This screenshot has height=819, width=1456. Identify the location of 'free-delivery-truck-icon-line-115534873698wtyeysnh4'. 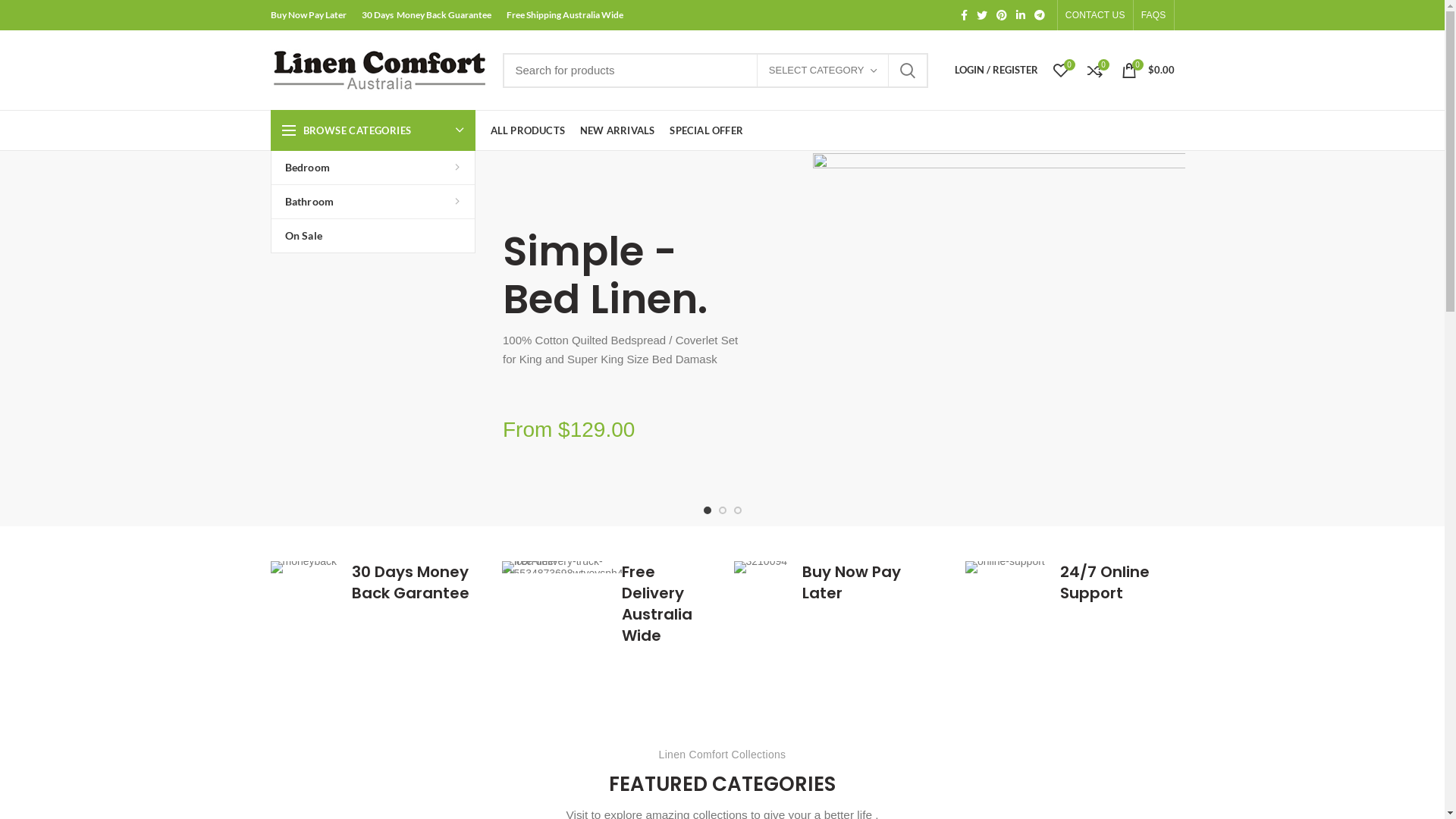
(562, 567).